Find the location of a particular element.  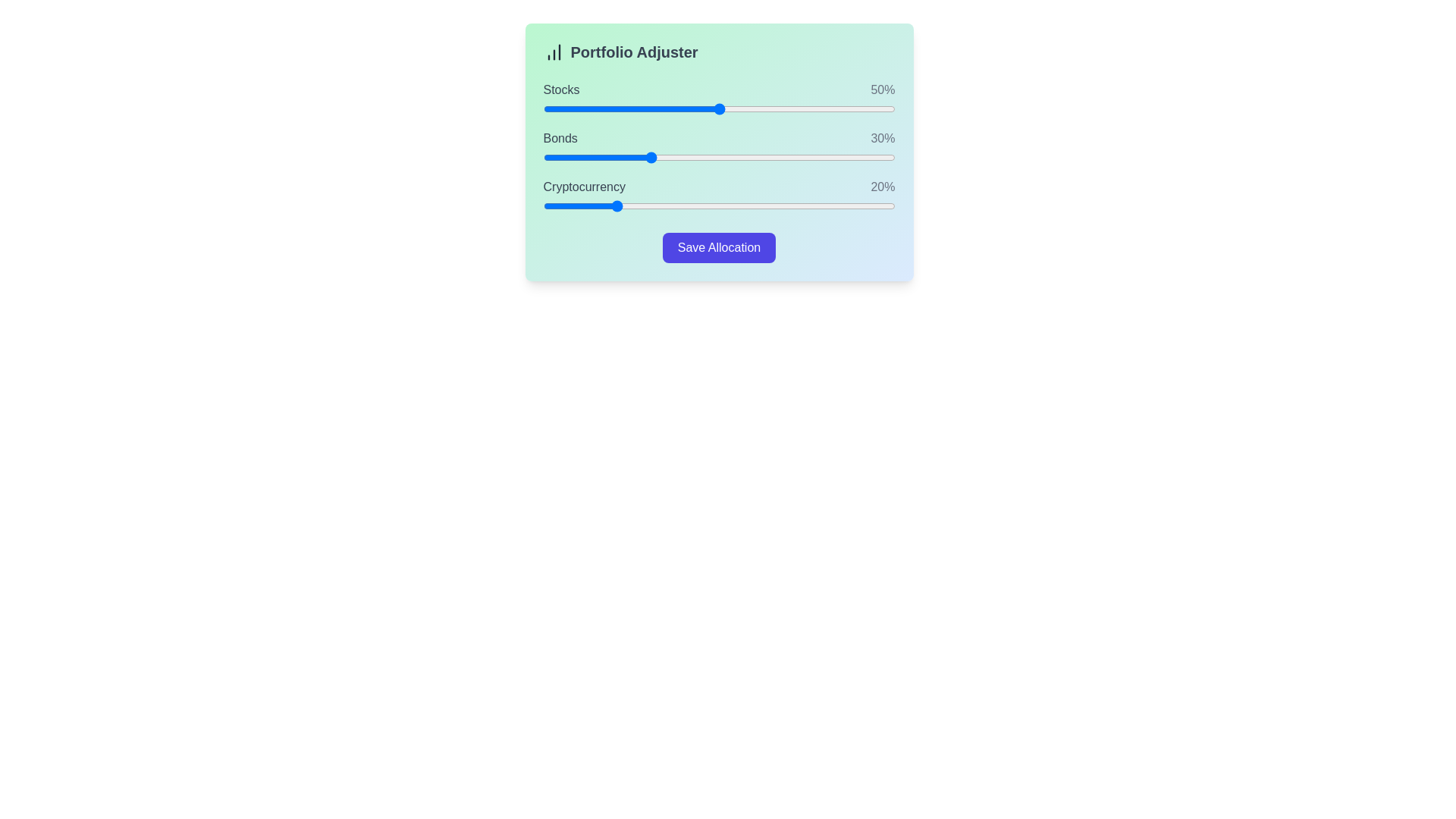

the 'Portfolio Adjuster' header is located at coordinates (718, 52).